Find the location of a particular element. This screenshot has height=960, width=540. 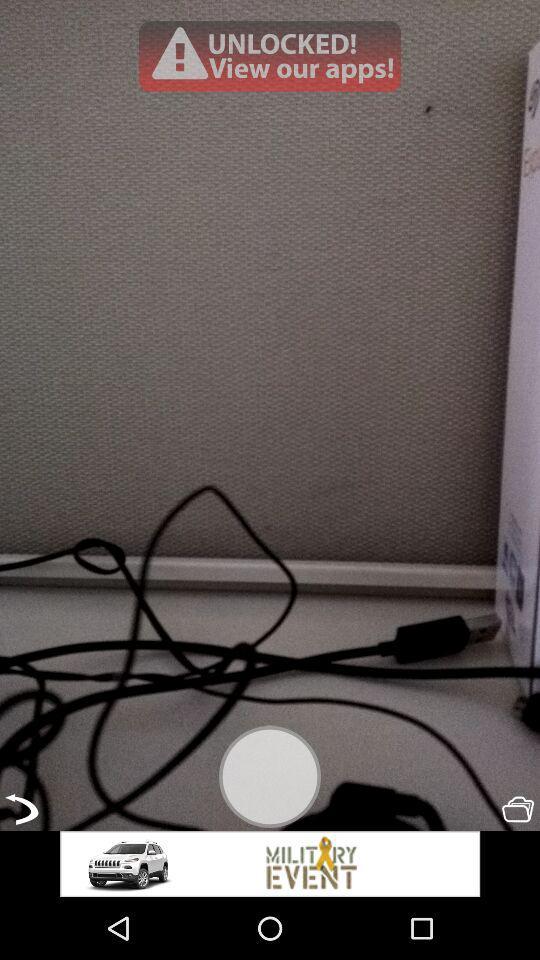

advertisement is located at coordinates (270, 863).